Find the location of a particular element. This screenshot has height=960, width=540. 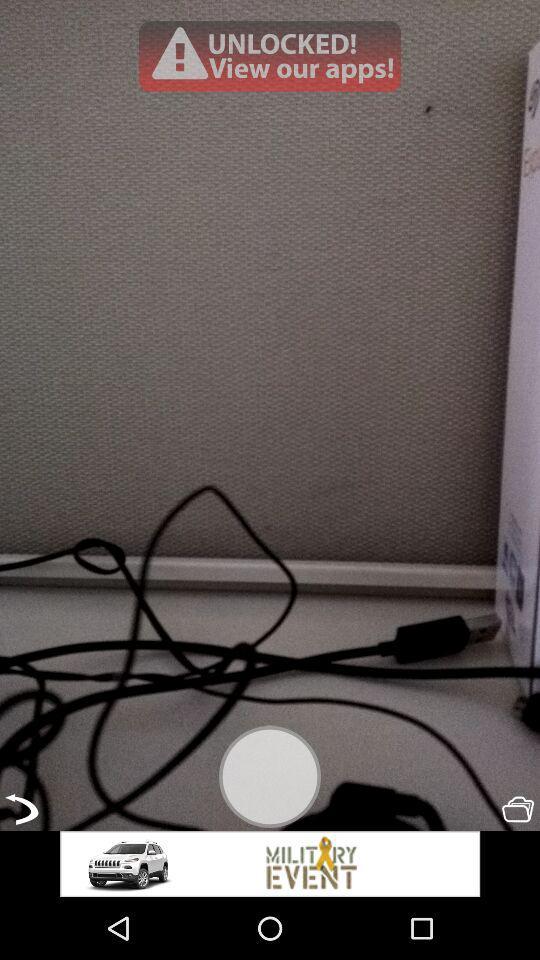

advertisement is located at coordinates (270, 863).